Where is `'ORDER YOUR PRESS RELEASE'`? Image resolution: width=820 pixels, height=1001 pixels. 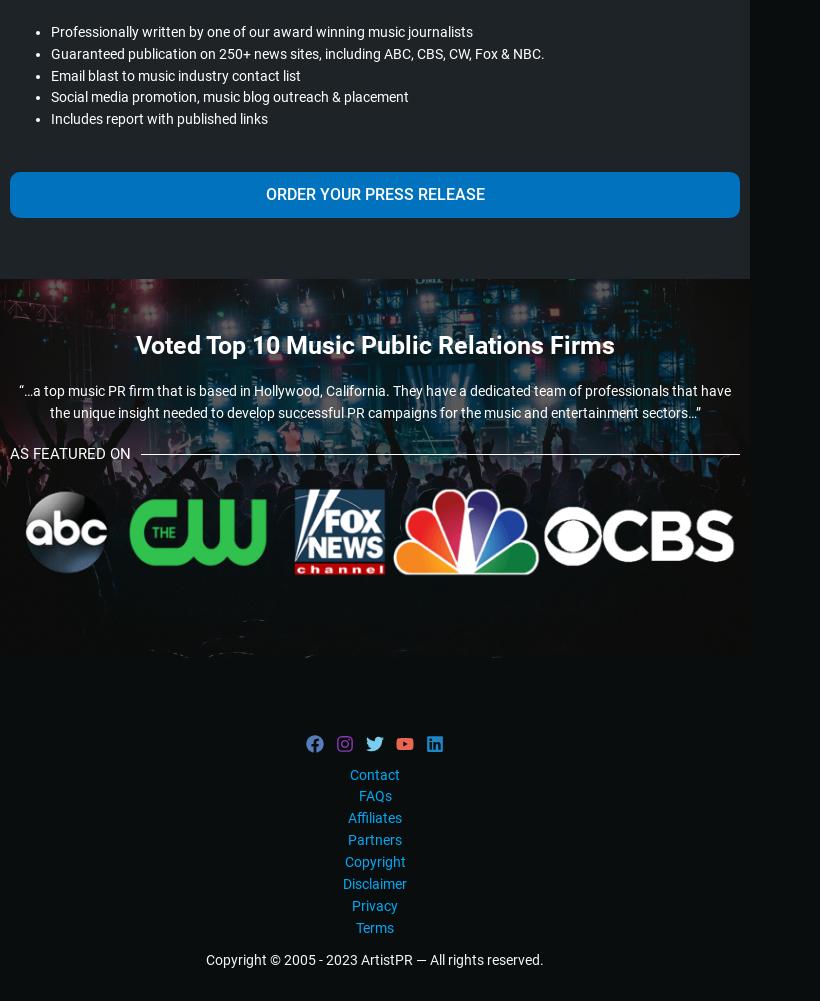 'ORDER YOUR PRESS RELEASE' is located at coordinates (374, 193).